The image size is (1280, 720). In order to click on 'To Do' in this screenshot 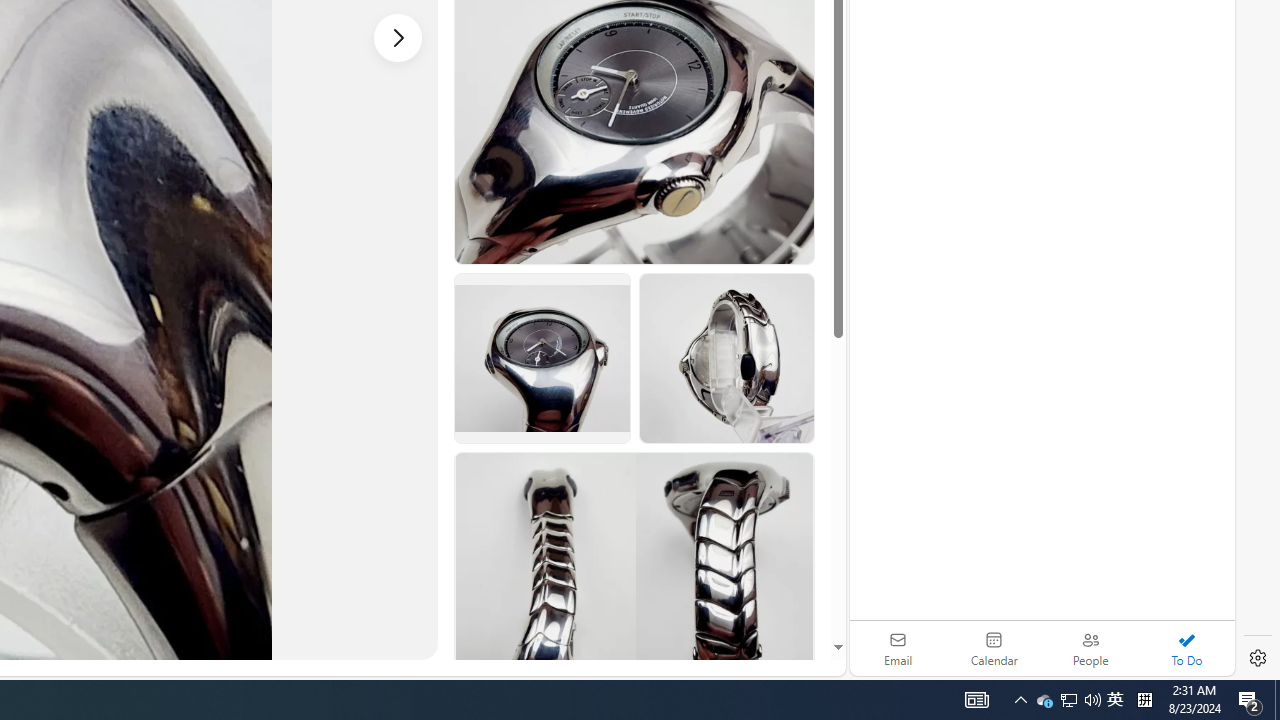, I will do `click(1186, 648)`.